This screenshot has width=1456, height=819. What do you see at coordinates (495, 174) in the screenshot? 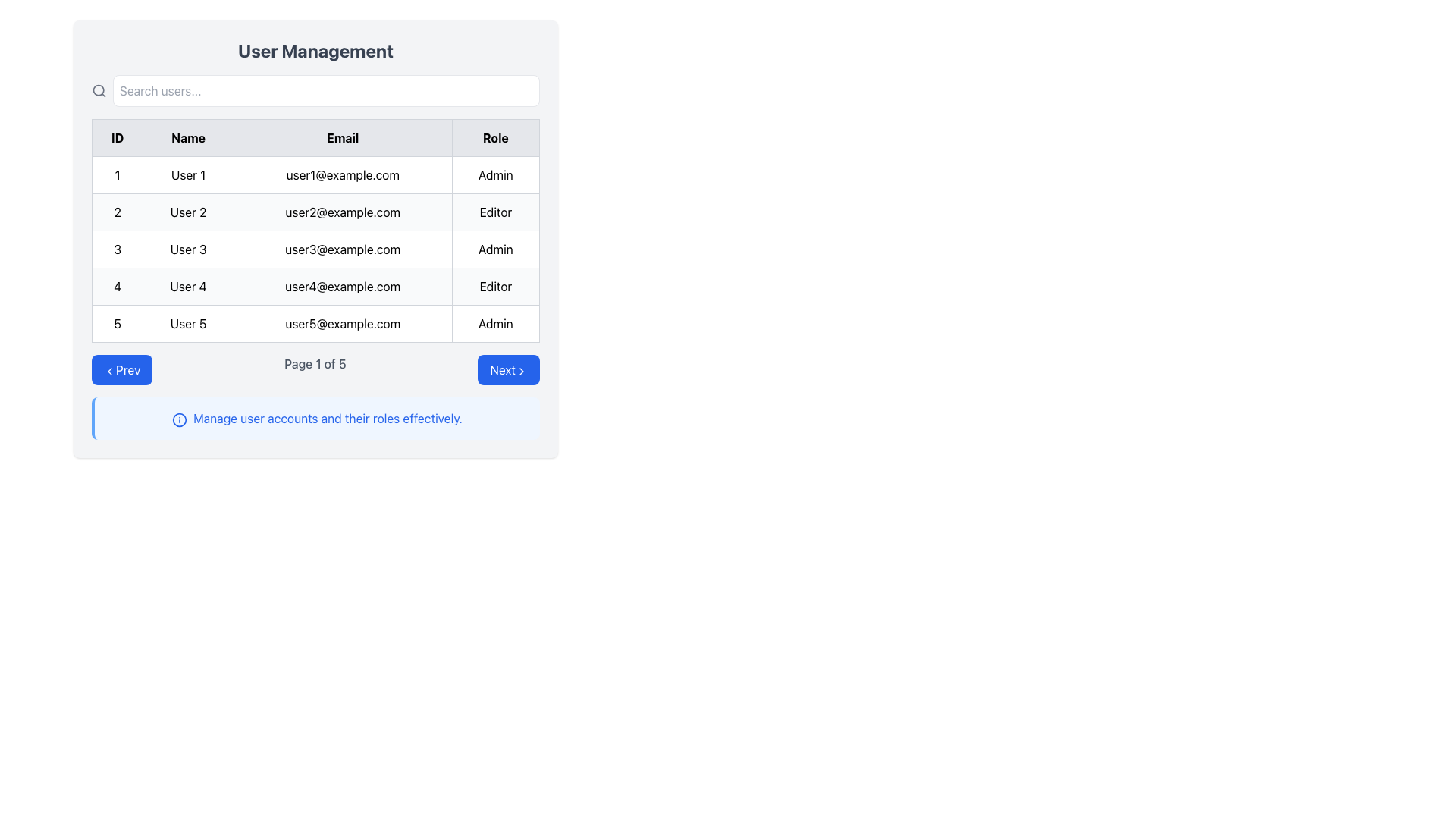
I see `the Text Display element containing the text 'Admin' in the 'Role' column of the user management table` at bounding box center [495, 174].